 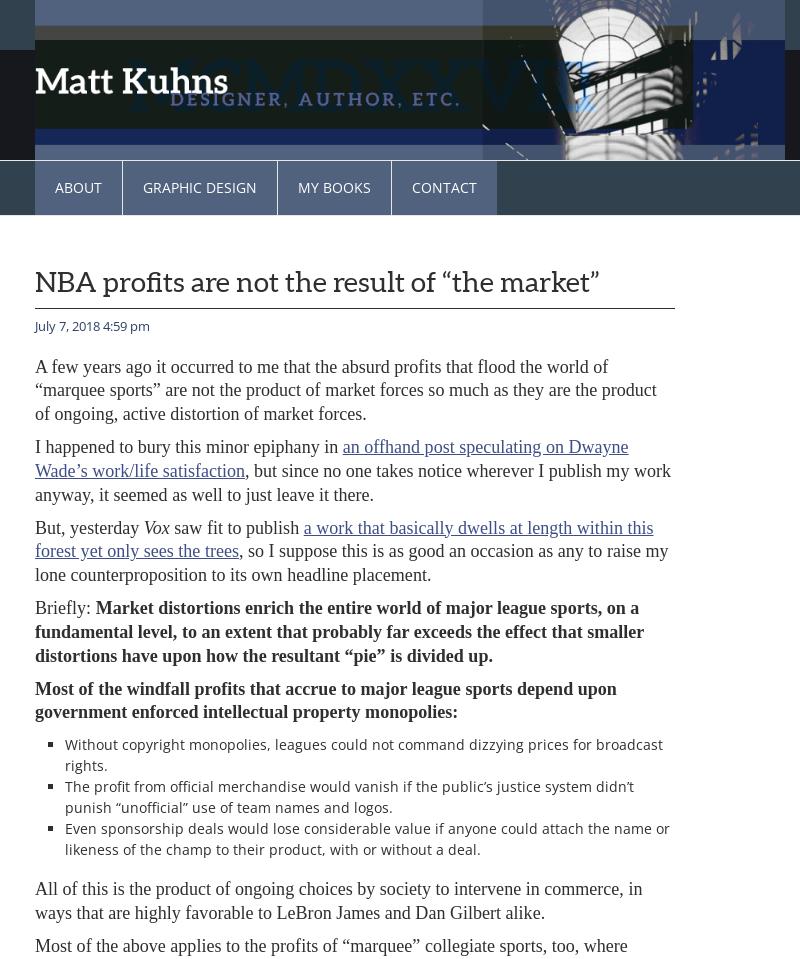 What do you see at coordinates (33, 900) in the screenshot?
I see `'All of this is the product of ongoing choices by society to intervene in commerce, in ways that are highly favorable to LeBron James and Dan Gilbert alike.'` at bounding box center [33, 900].